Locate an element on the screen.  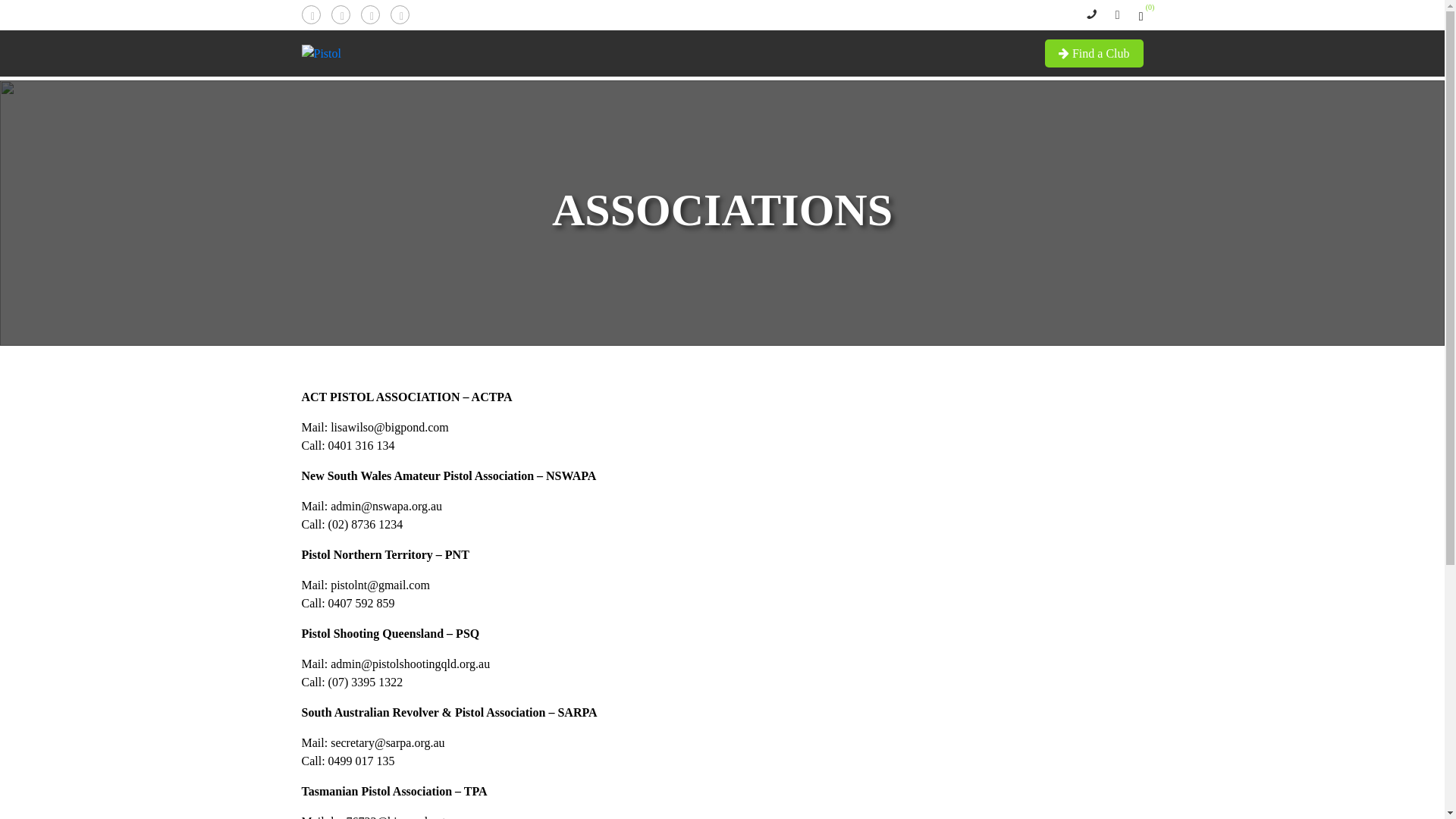
'youtube' is located at coordinates (399, 14).